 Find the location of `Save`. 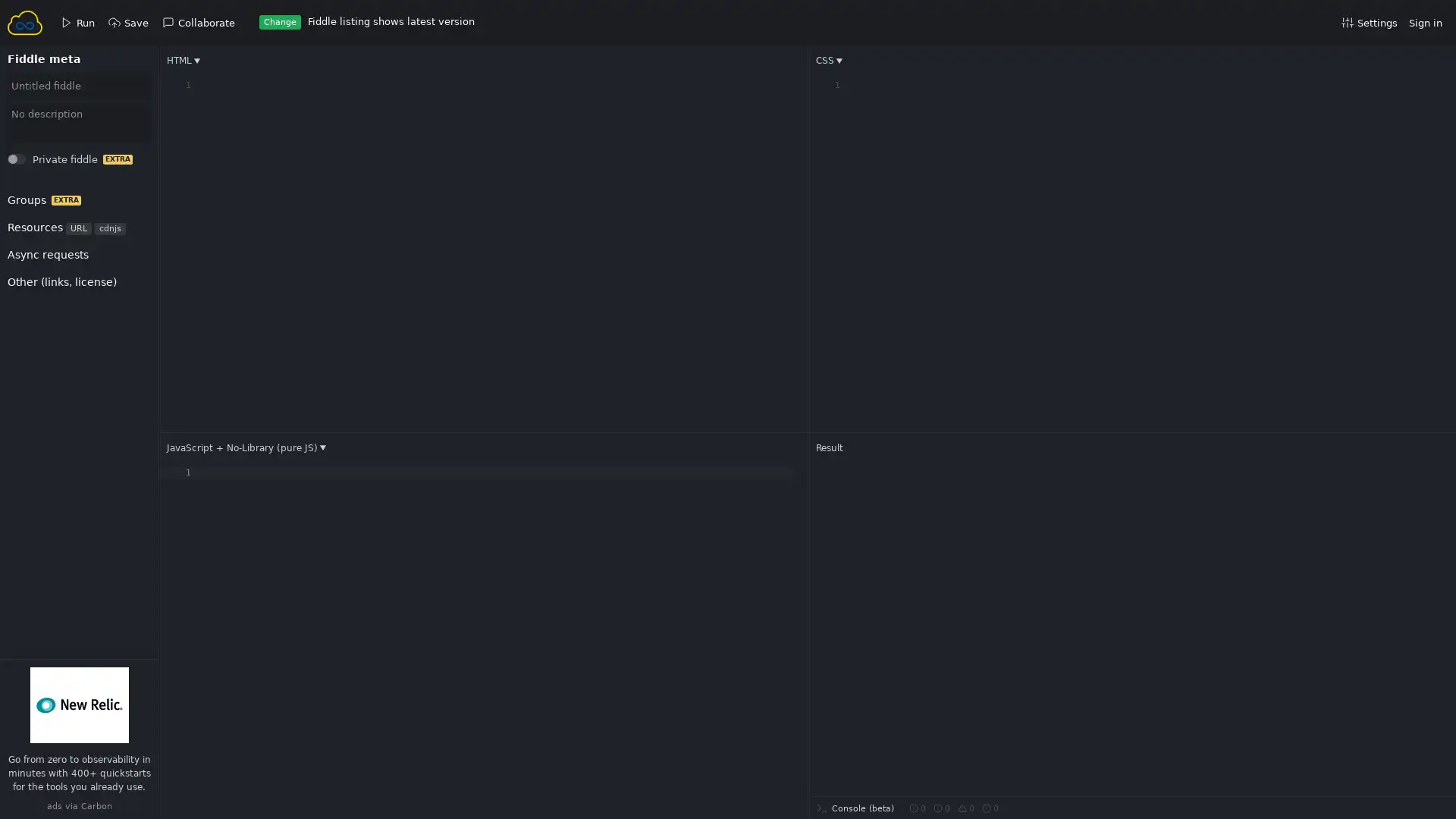

Save is located at coordinates (32, 163).